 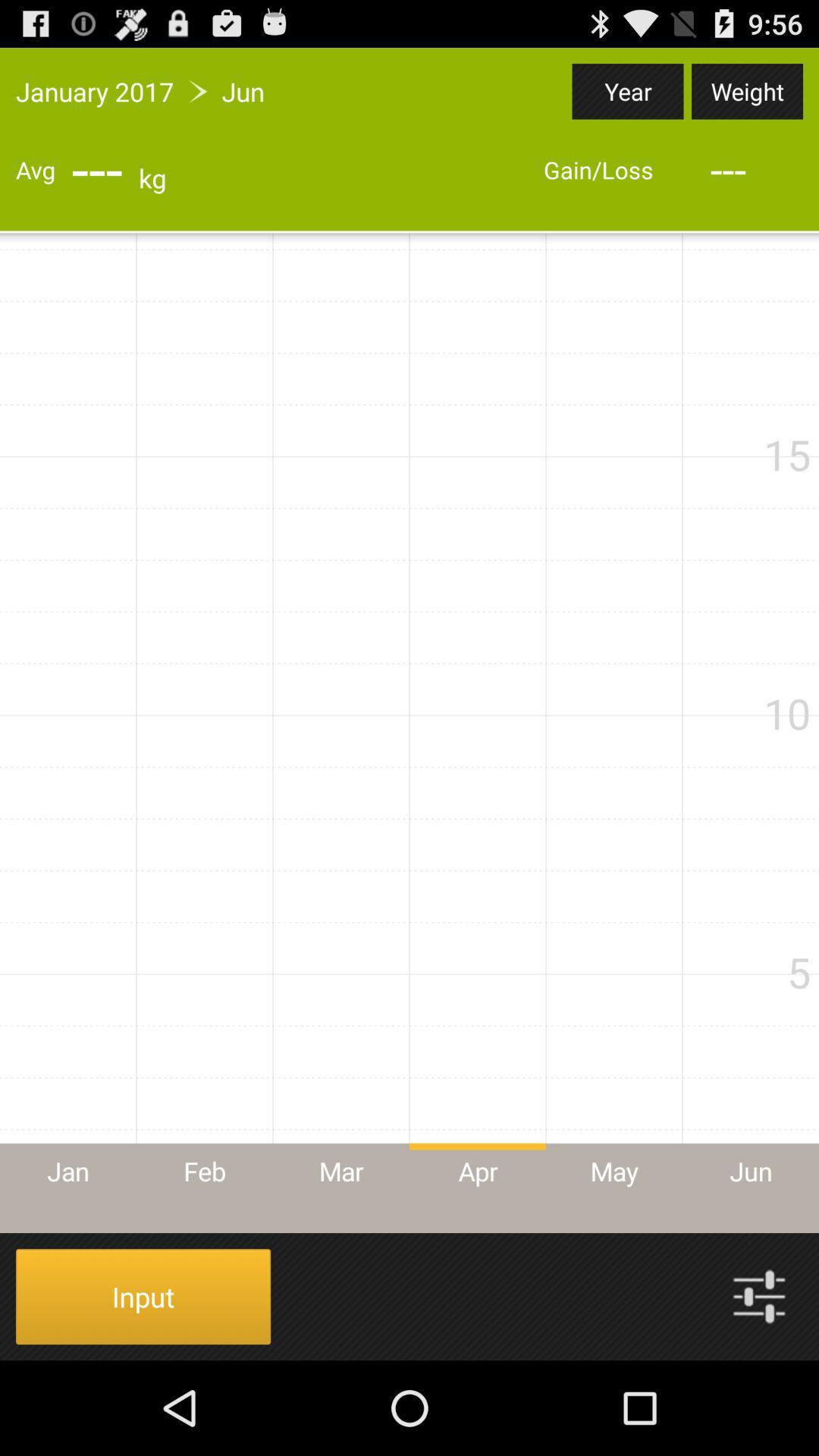 What do you see at coordinates (143, 1295) in the screenshot?
I see `item at the bottom left corner` at bounding box center [143, 1295].